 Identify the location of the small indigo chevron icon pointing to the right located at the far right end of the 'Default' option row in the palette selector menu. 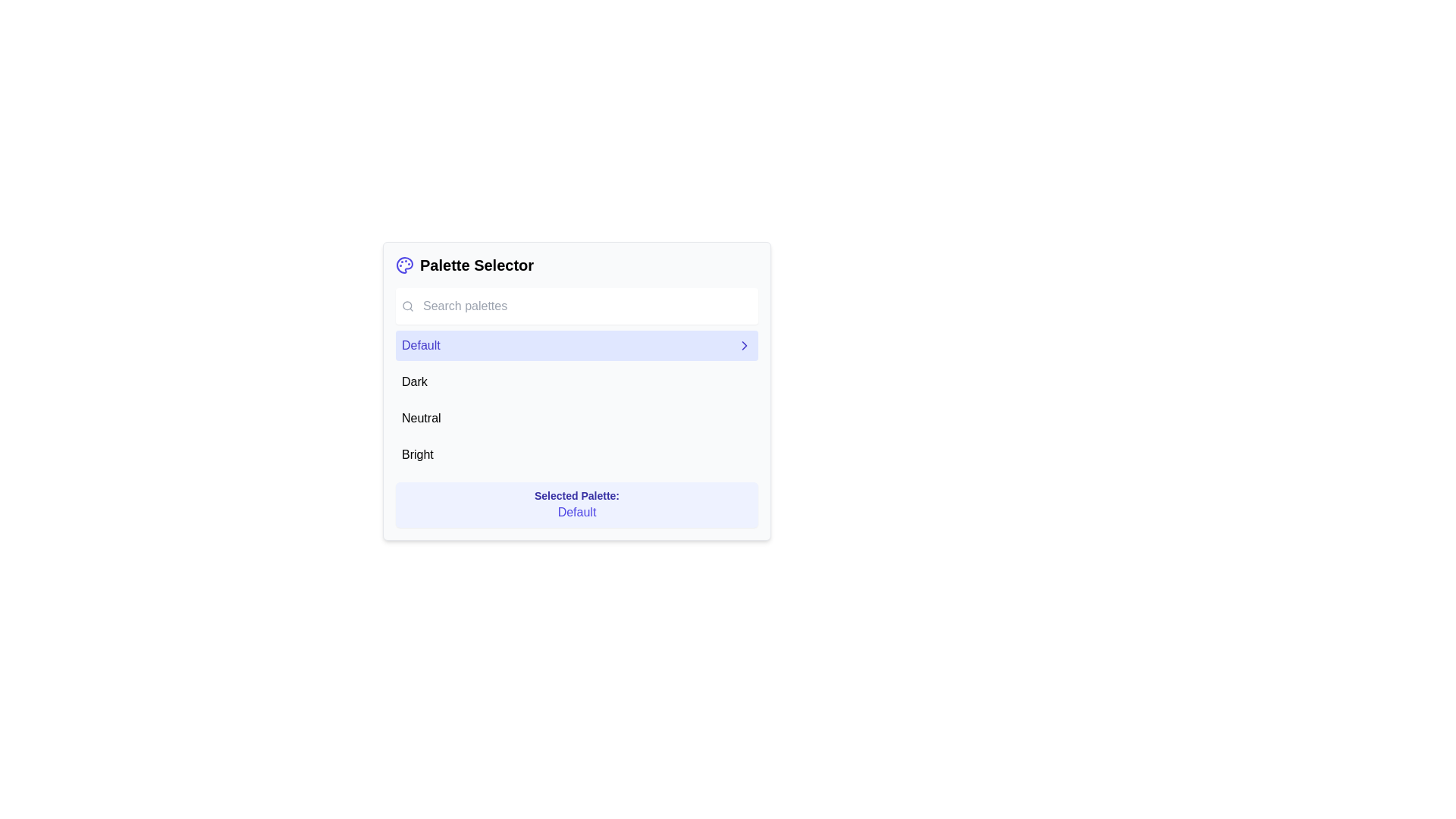
(745, 345).